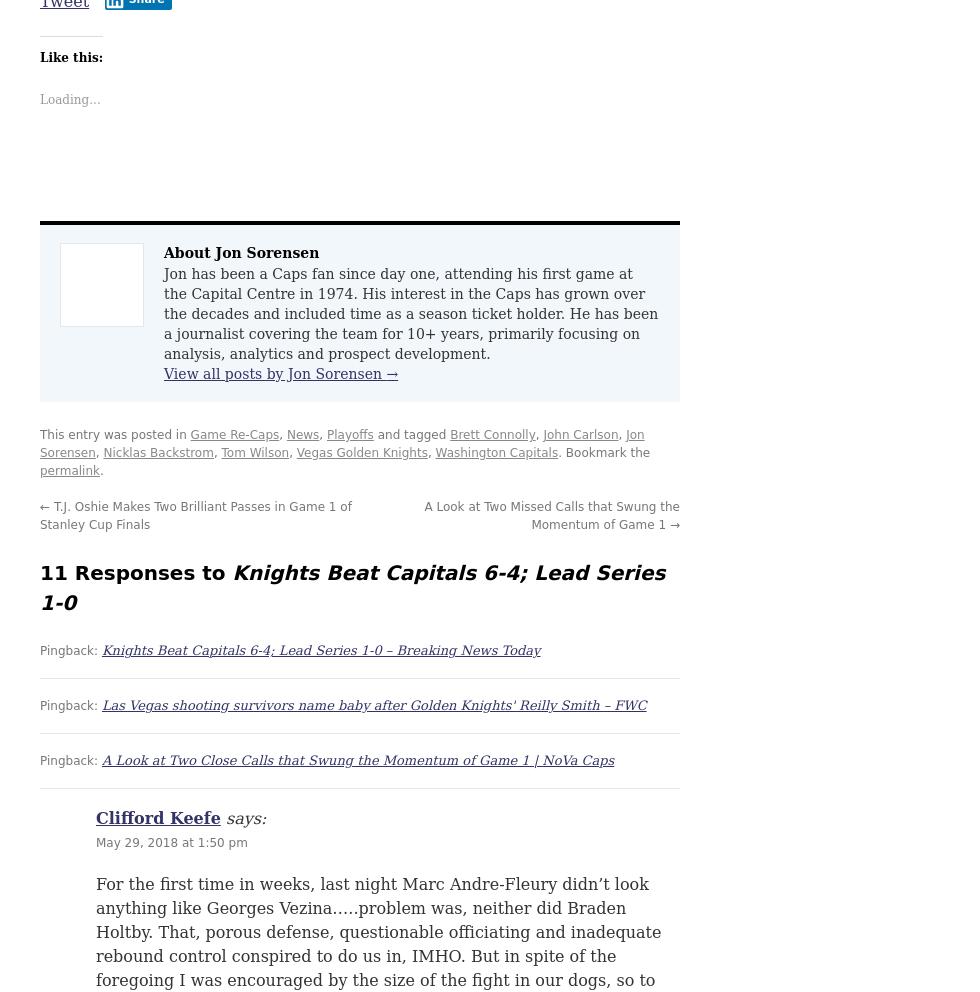  I want to click on 'A Look at Two Close Calls that Swung the Momentum of Game 1 | NoVa Caps', so click(101, 759).